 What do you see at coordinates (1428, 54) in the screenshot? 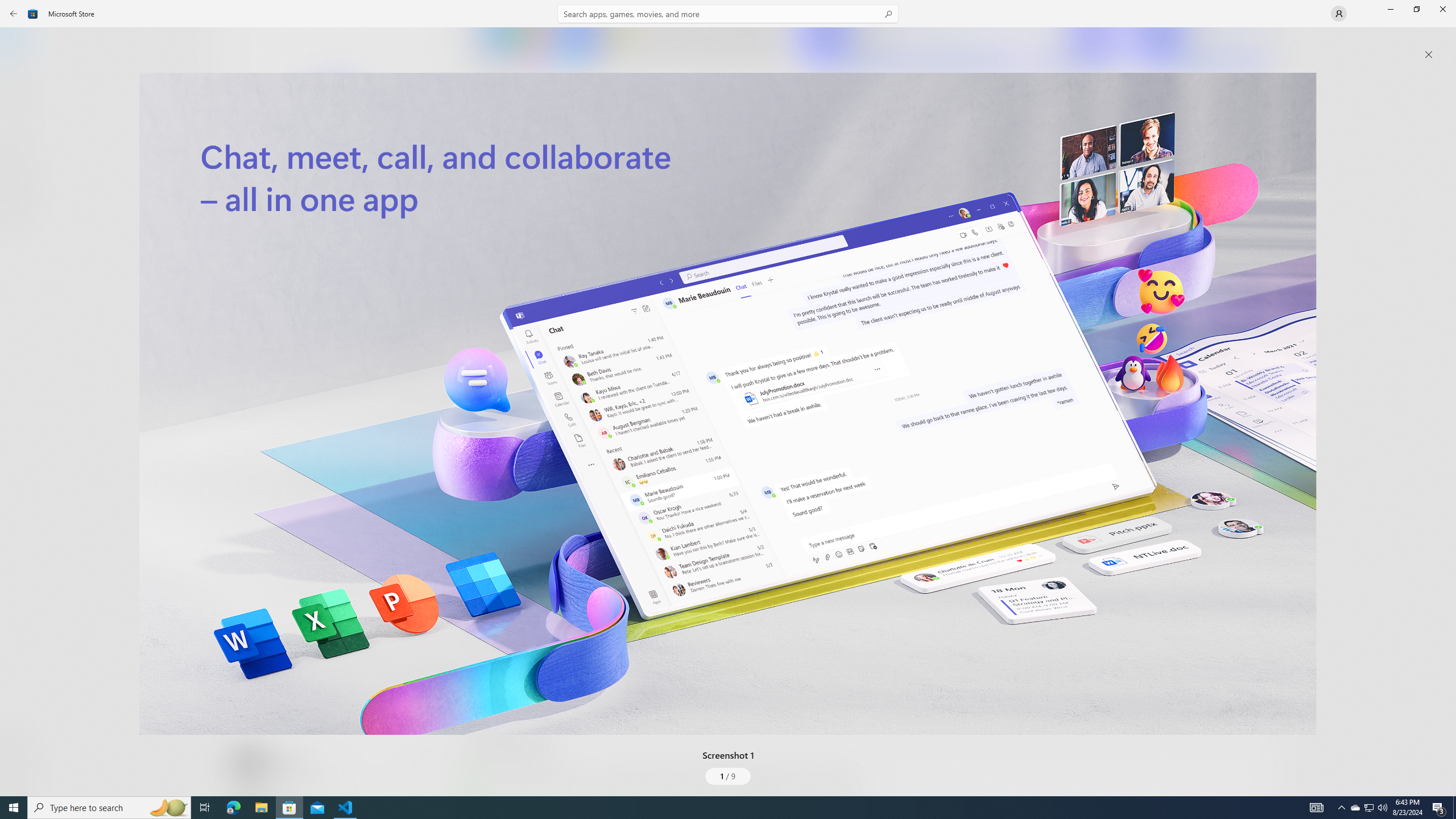
I see `'close popup window'` at bounding box center [1428, 54].